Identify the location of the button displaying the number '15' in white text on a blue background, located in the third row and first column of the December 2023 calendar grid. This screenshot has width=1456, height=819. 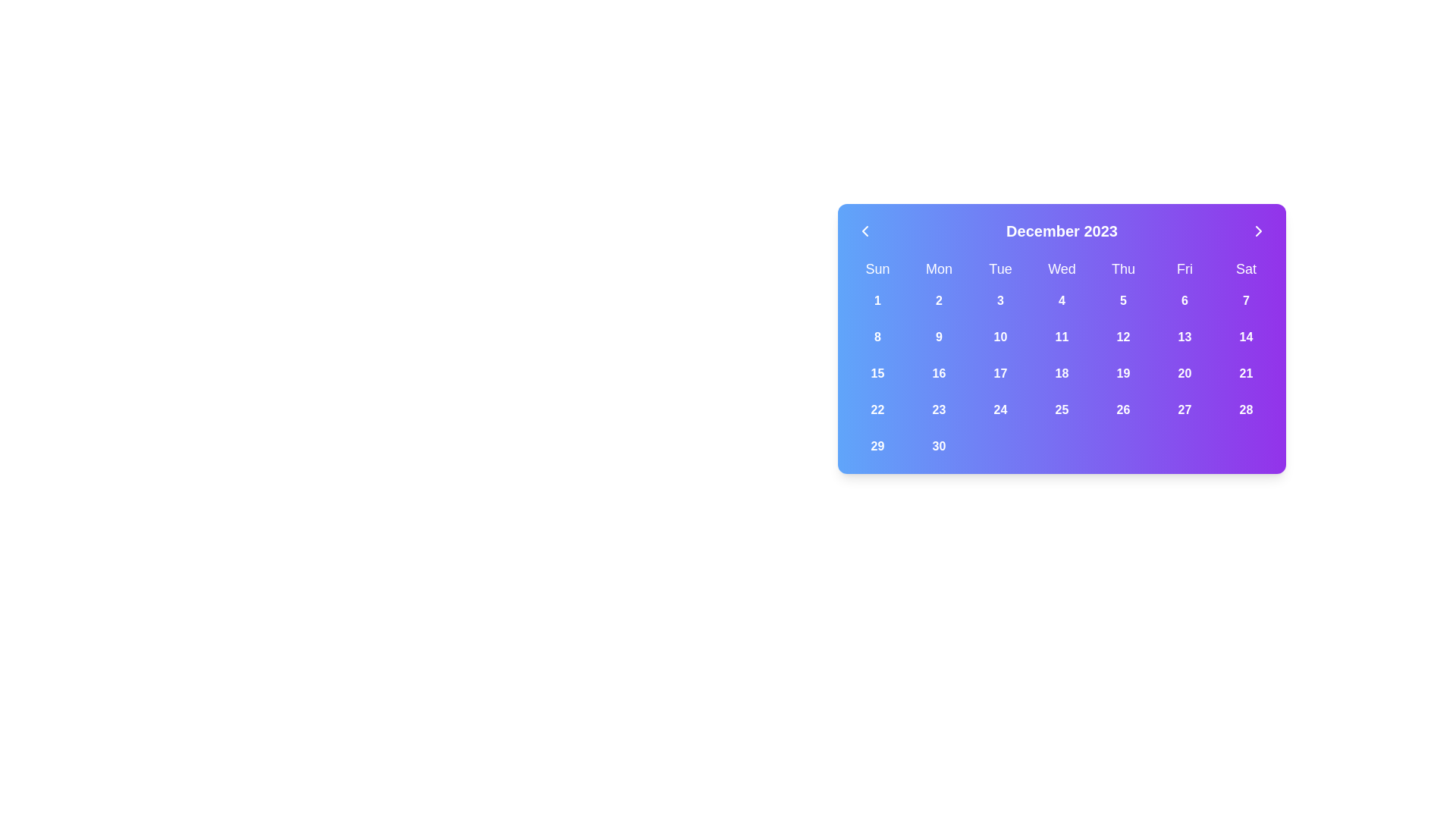
(877, 374).